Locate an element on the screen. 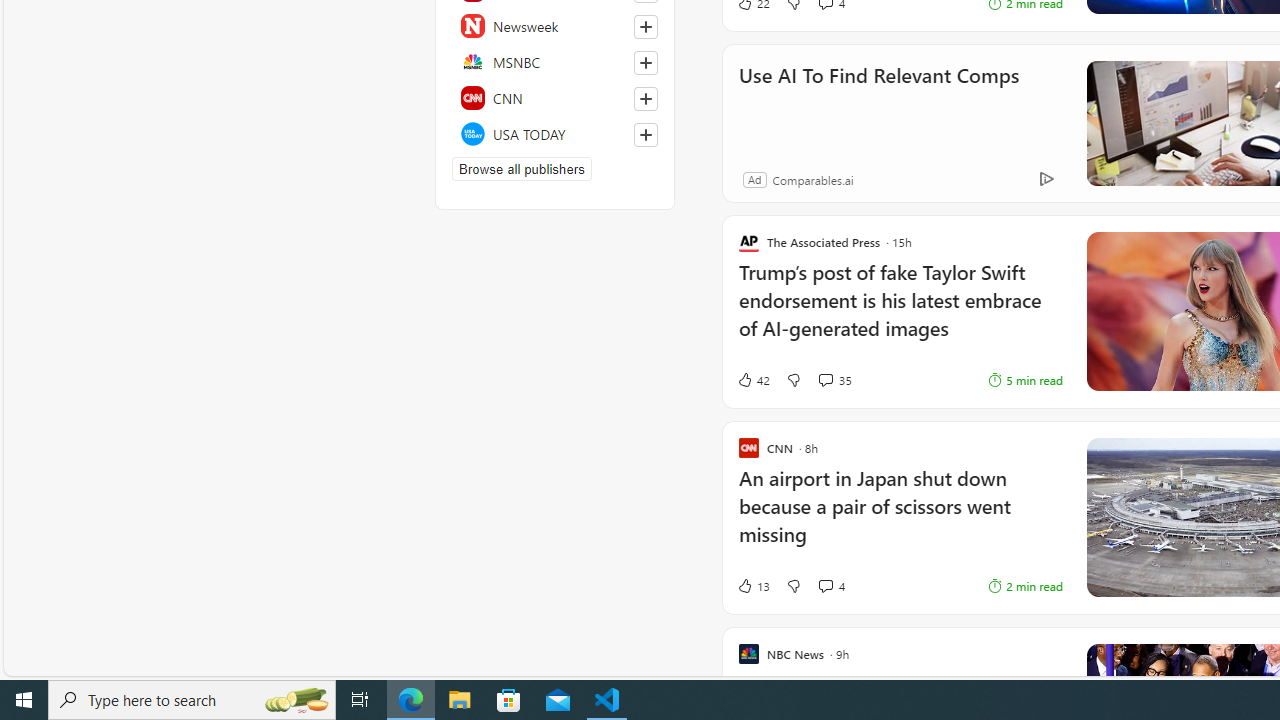  'Browse all publishers' is located at coordinates (521, 167).